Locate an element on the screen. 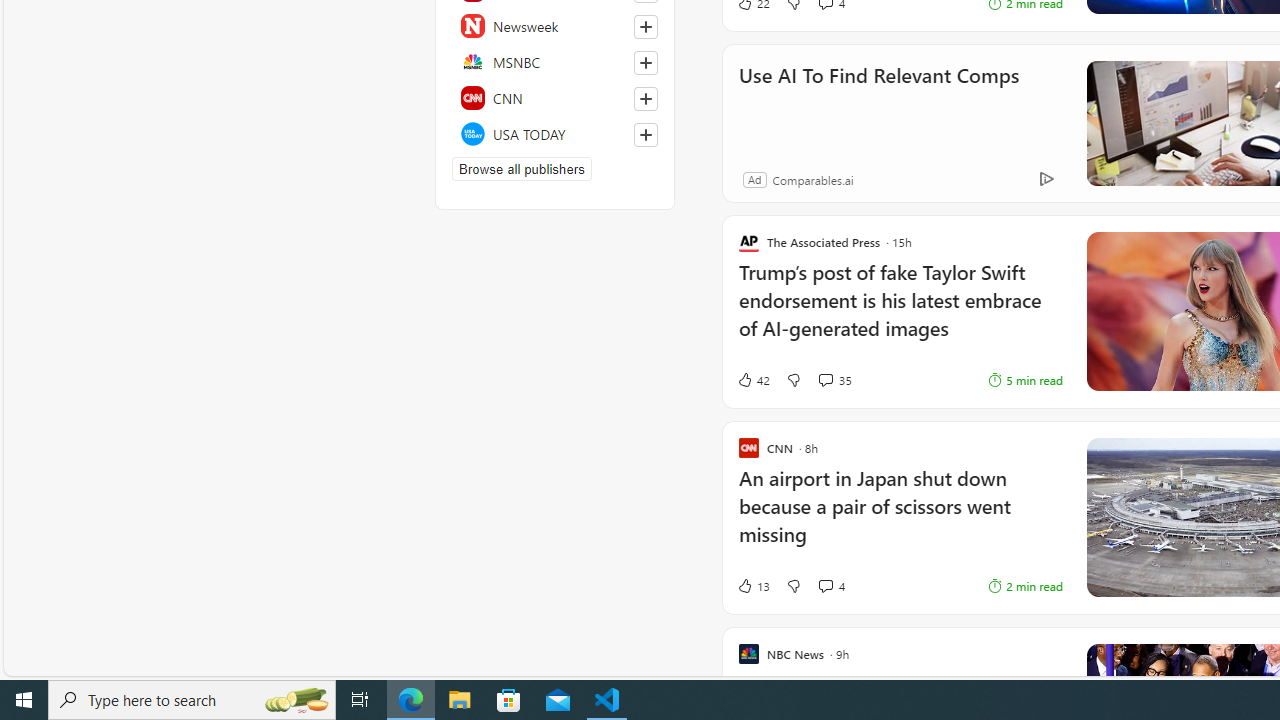  'Browse all publishers' is located at coordinates (521, 167).